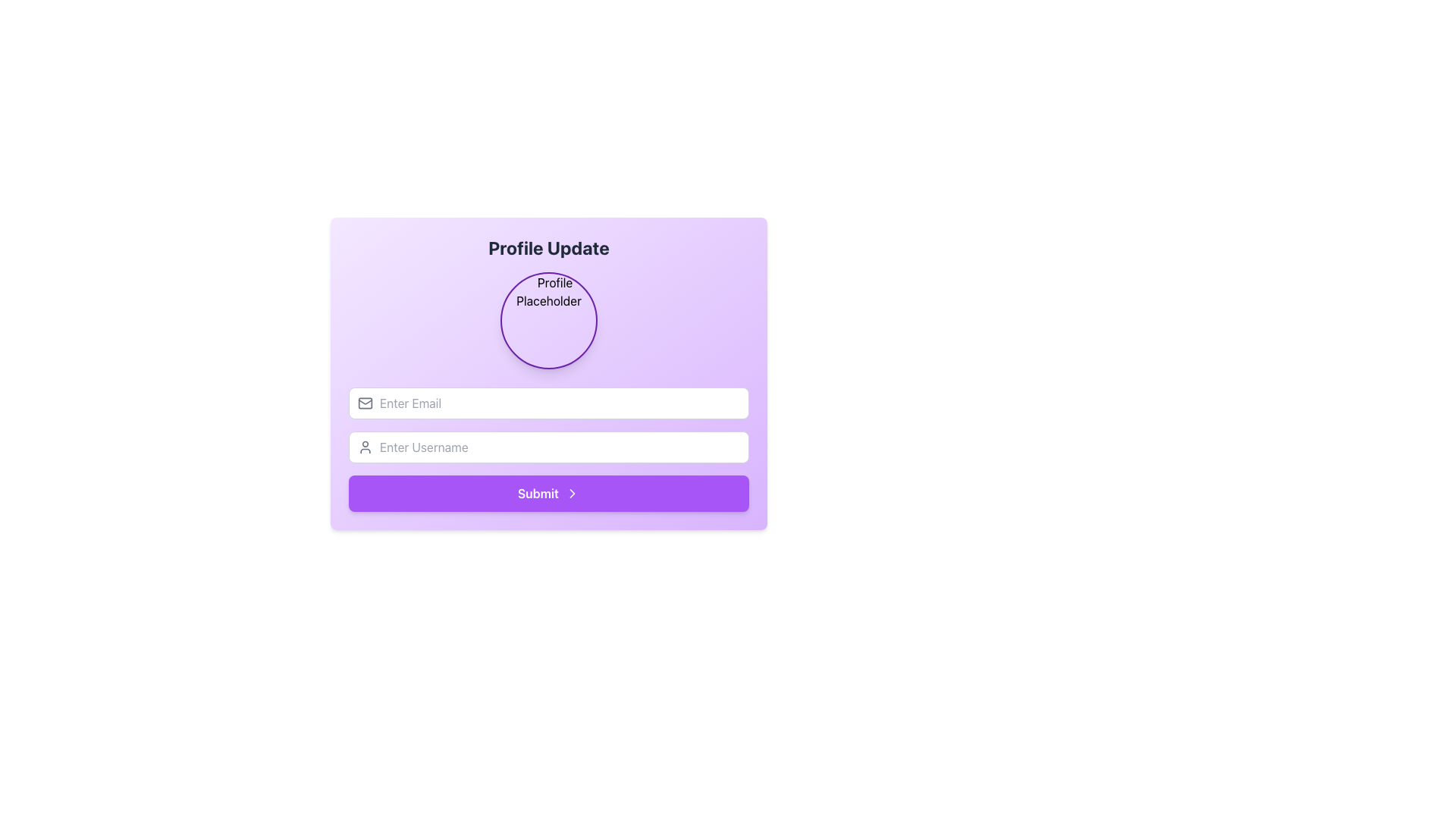  Describe the element at coordinates (548, 247) in the screenshot. I see `the large, bold text block that reads 'Profile Update', which is prominently displayed at the top of a rounded card interface` at that location.